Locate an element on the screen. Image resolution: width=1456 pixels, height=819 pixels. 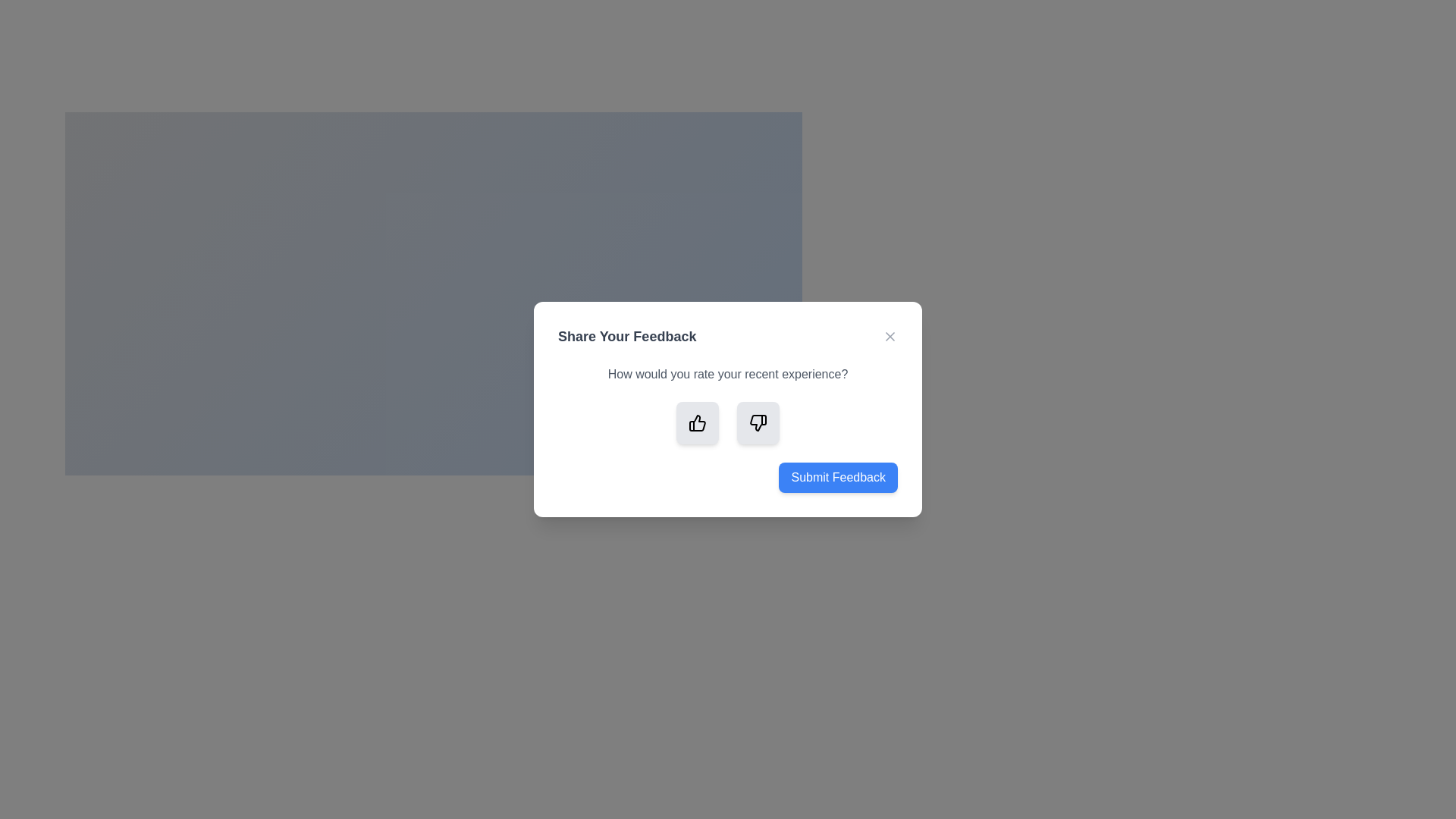
the positive feedback icon button located in the 'Share Your Feedback' dialog box is located at coordinates (696, 423).